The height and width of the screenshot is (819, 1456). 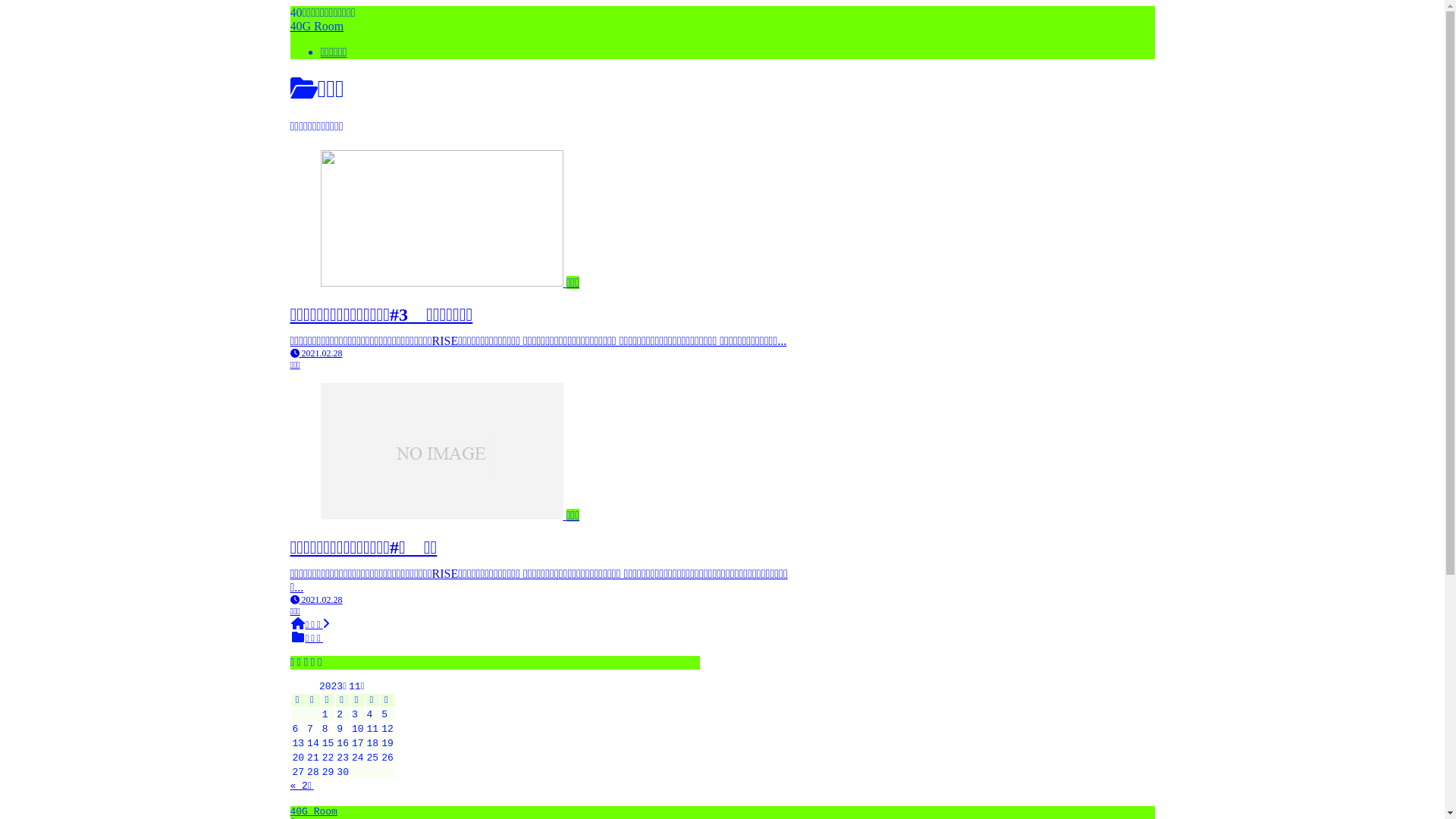 I want to click on '40G Room', so click(x=315, y=26).